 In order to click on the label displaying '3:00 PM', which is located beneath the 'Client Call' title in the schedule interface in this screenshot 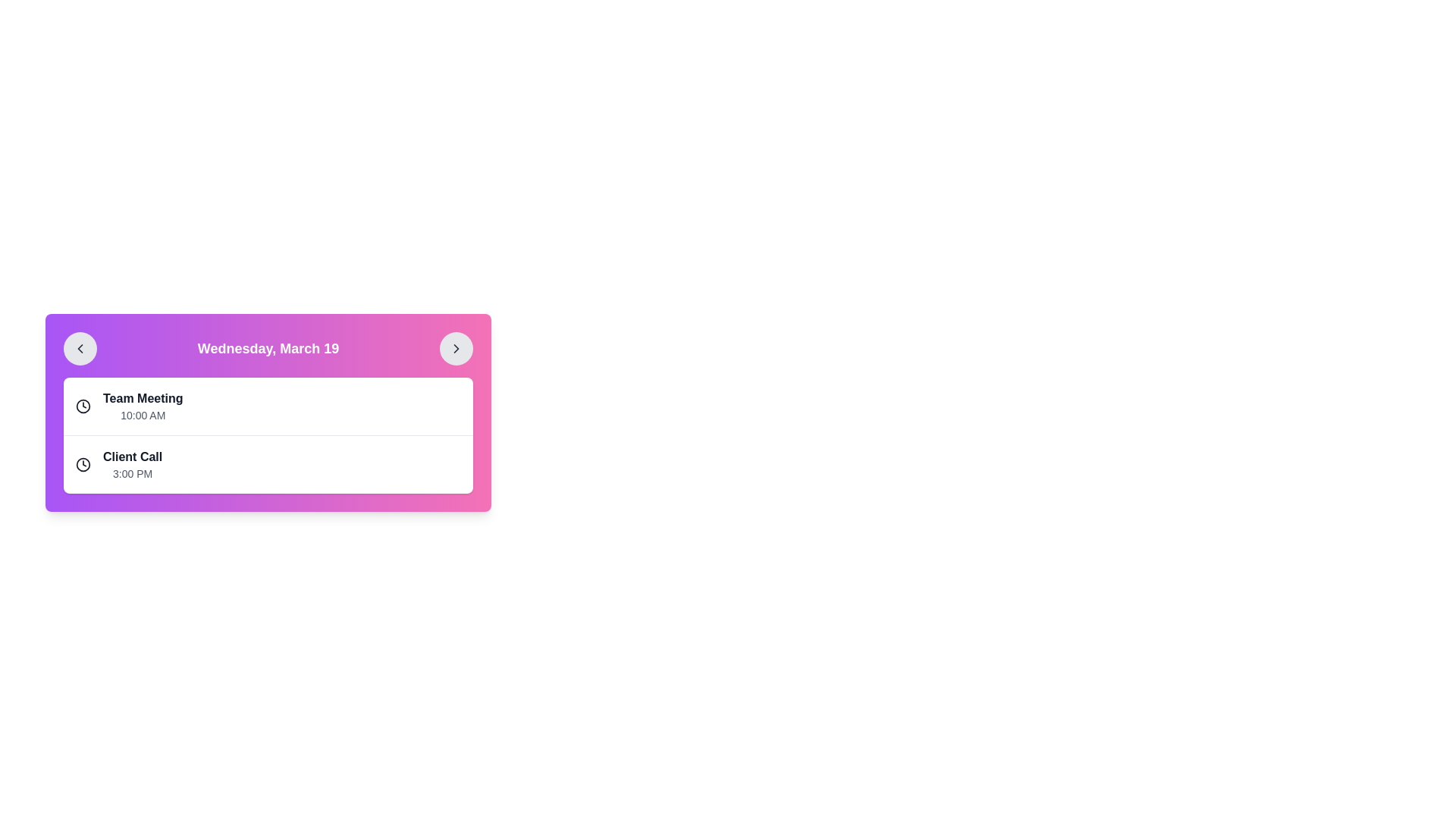, I will do `click(133, 472)`.